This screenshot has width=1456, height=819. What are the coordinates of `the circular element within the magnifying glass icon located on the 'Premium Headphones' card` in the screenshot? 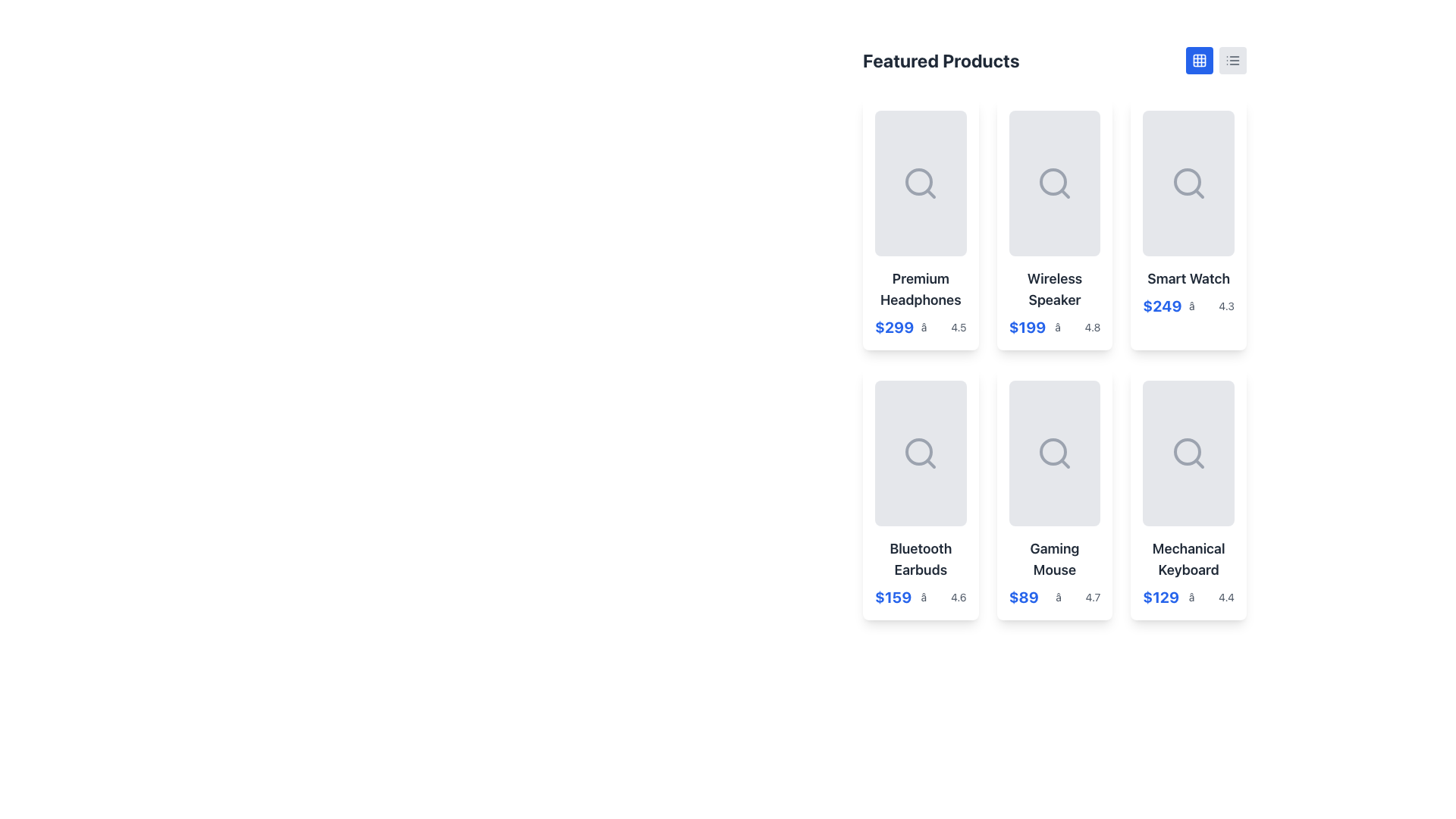 It's located at (918, 180).